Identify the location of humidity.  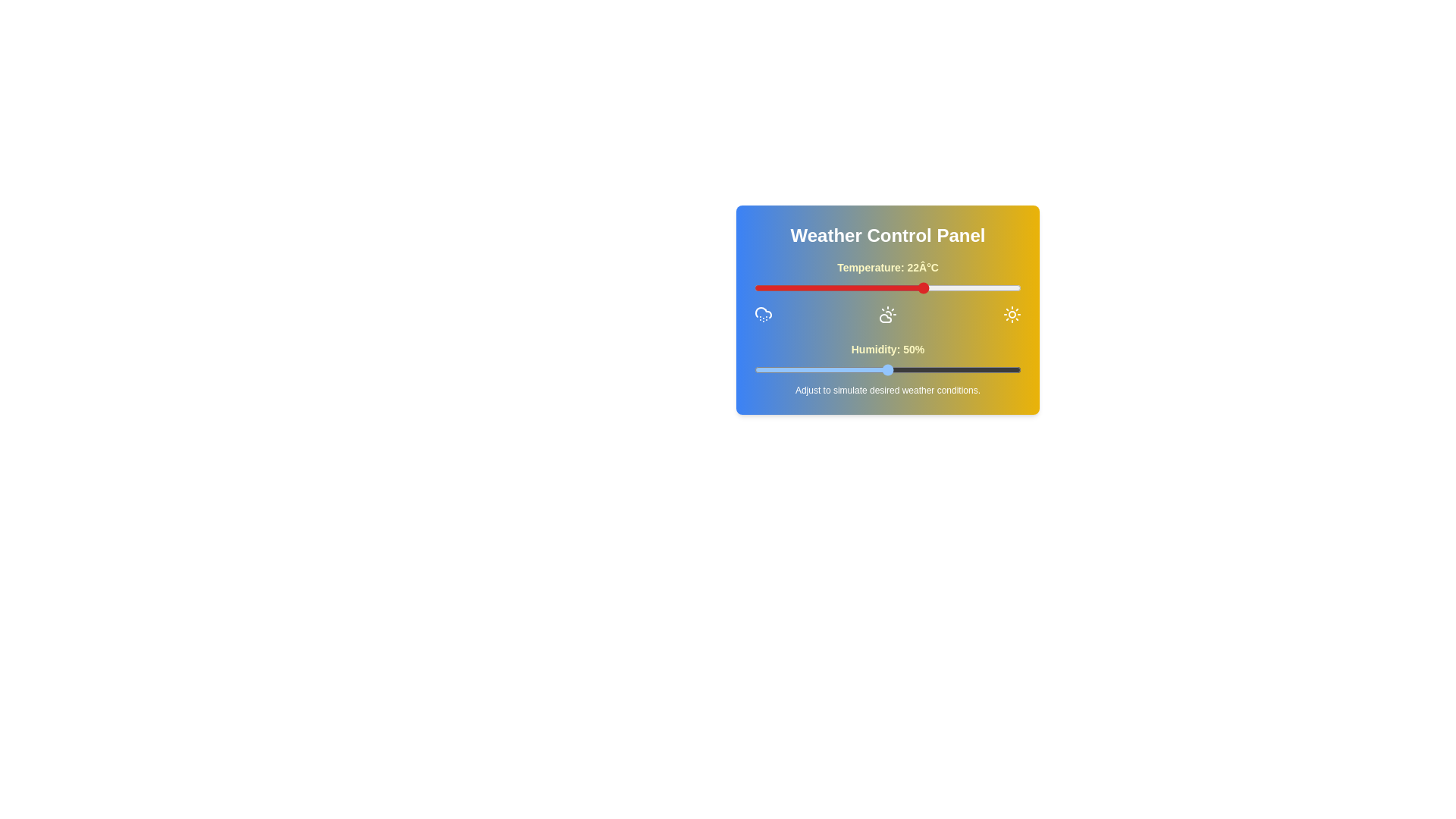
(932, 370).